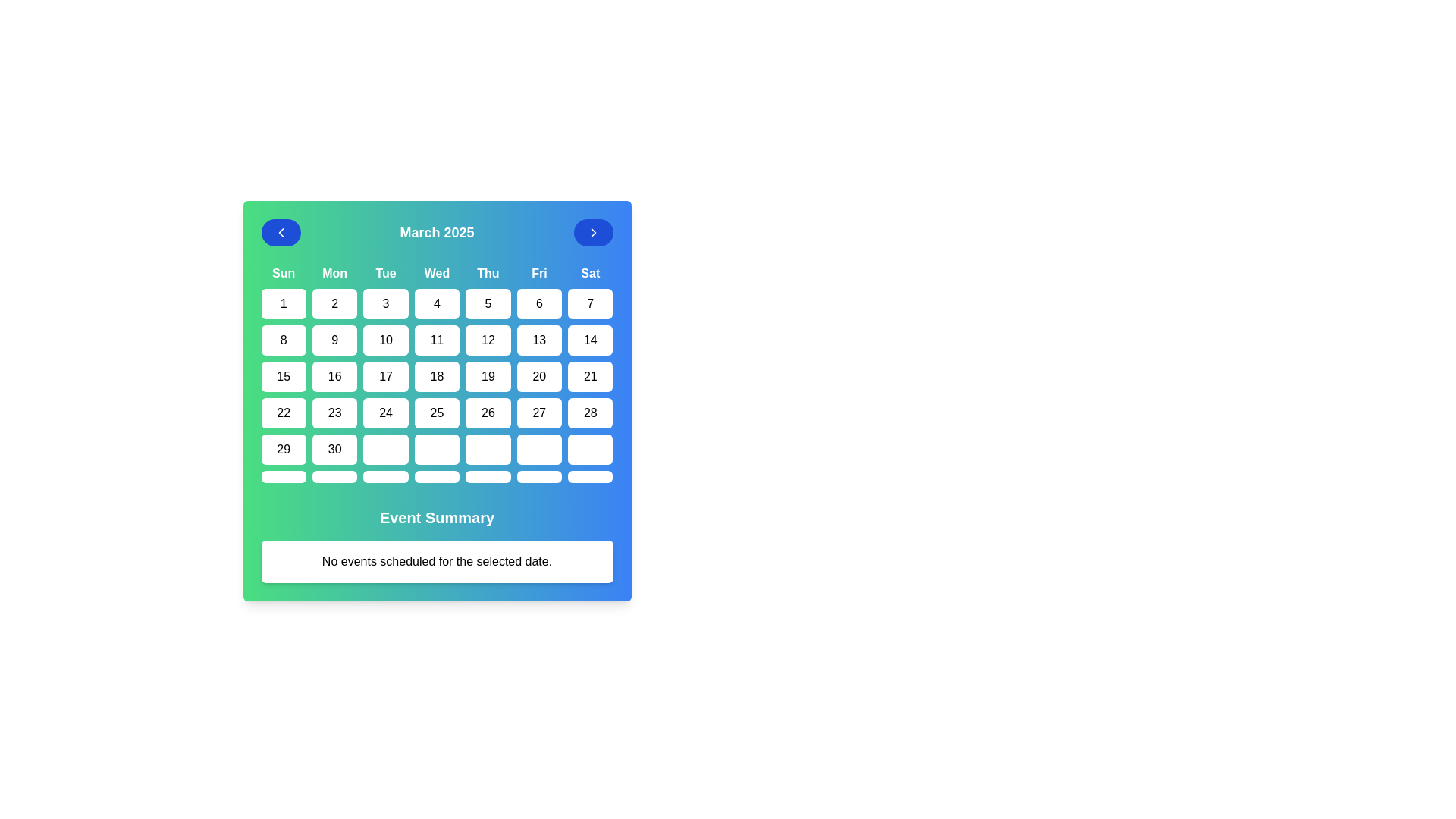 This screenshot has width=1456, height=819. Describe the element at coordinates (539, 413) in the screenshot. I see `the rounded rectangular button displaying '27' in black text located in the sixth row under the 'Fri' column of the calendar grid to change its background color to light green` at that location.